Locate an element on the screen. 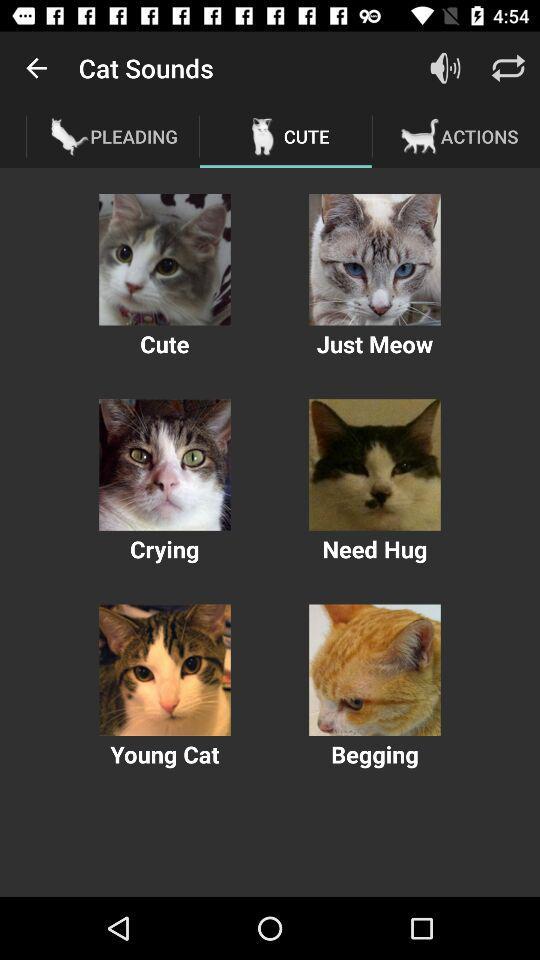 The height and width of the screenshot is (960, 540). refresh is located at coordinates (508, 68).